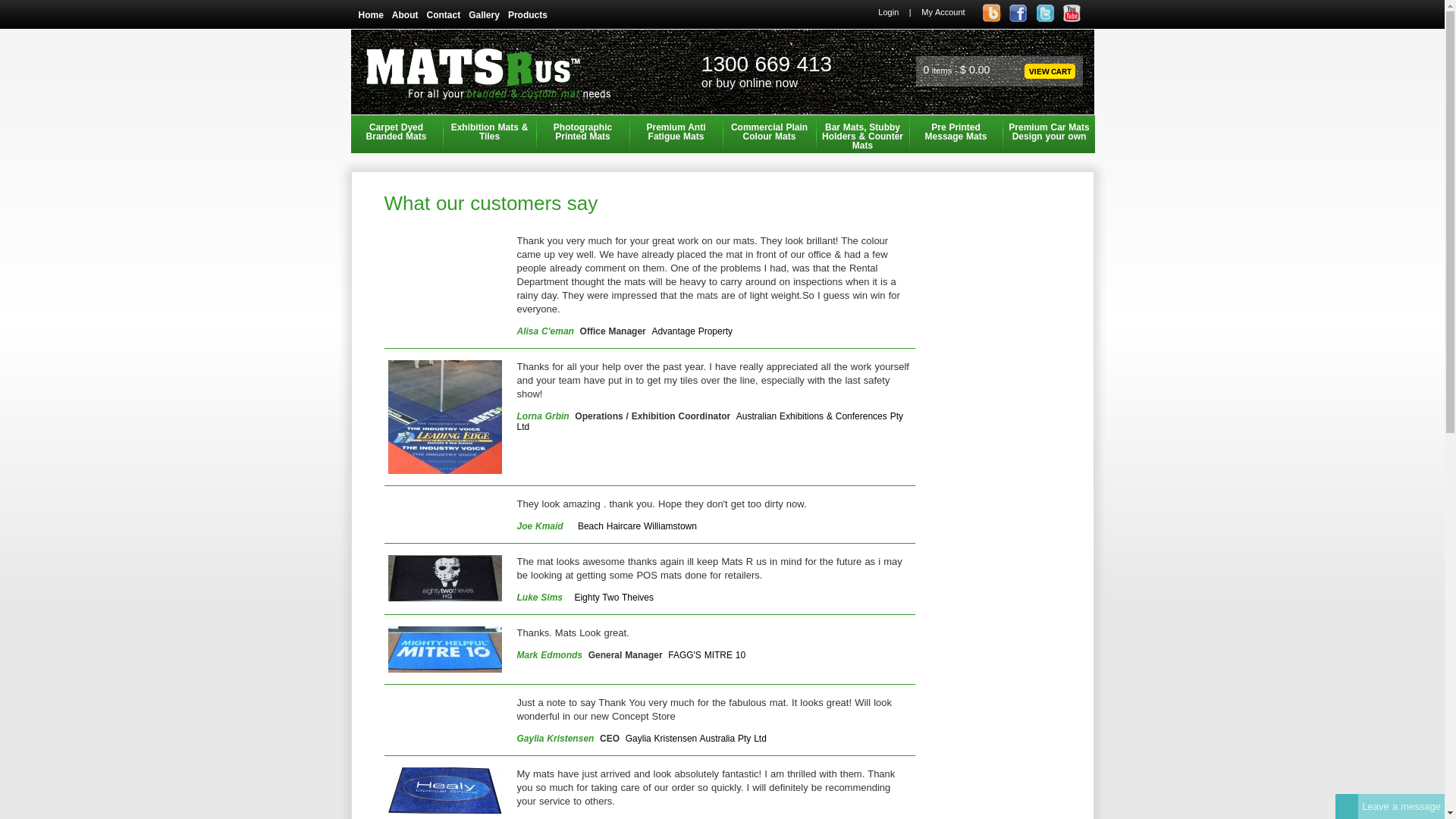  I want to click on 'YouTube account', so click(1058, 20).